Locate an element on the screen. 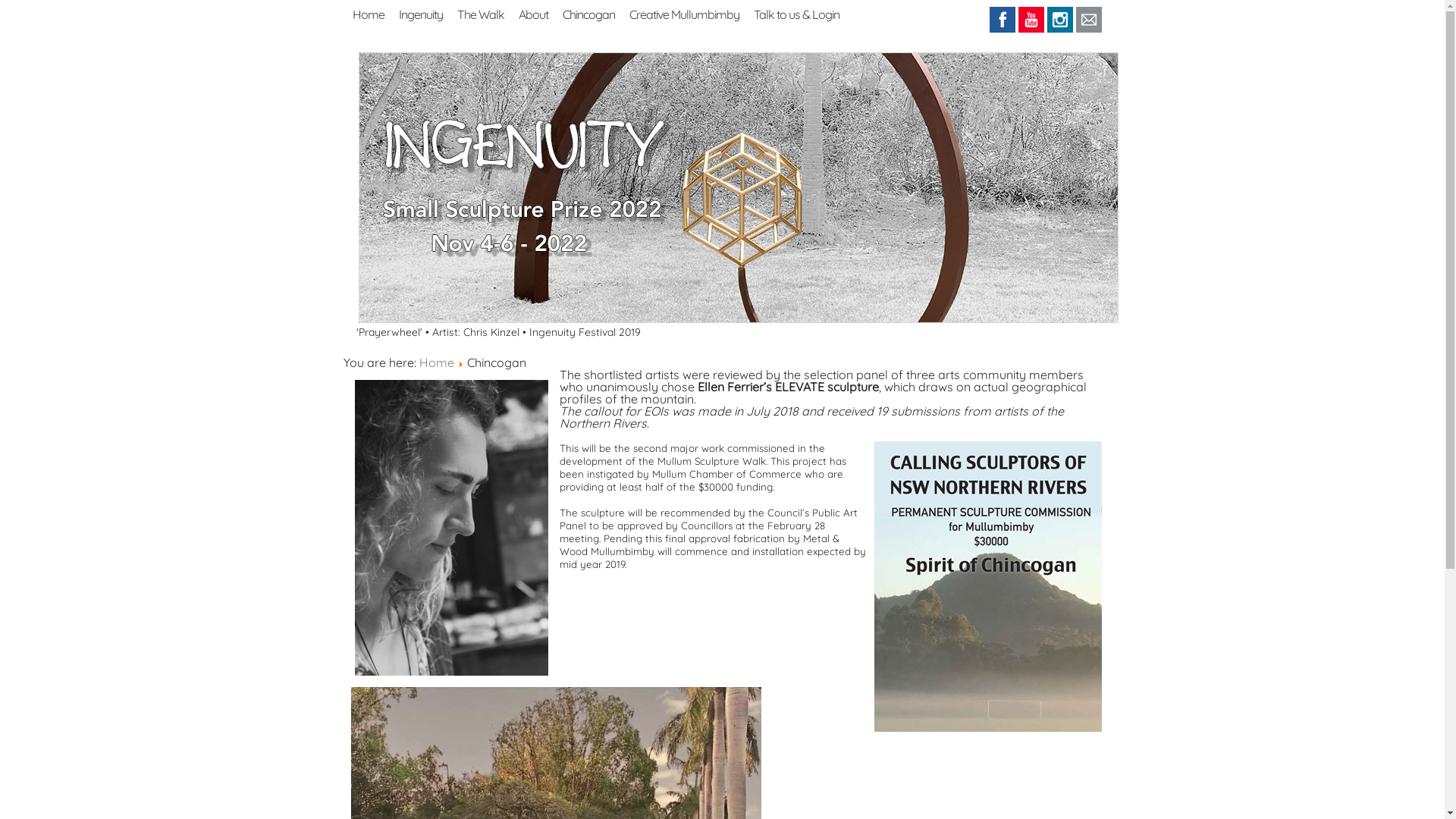 The image size is (1456, 819). 'About' is located at coordinates (533, 12).